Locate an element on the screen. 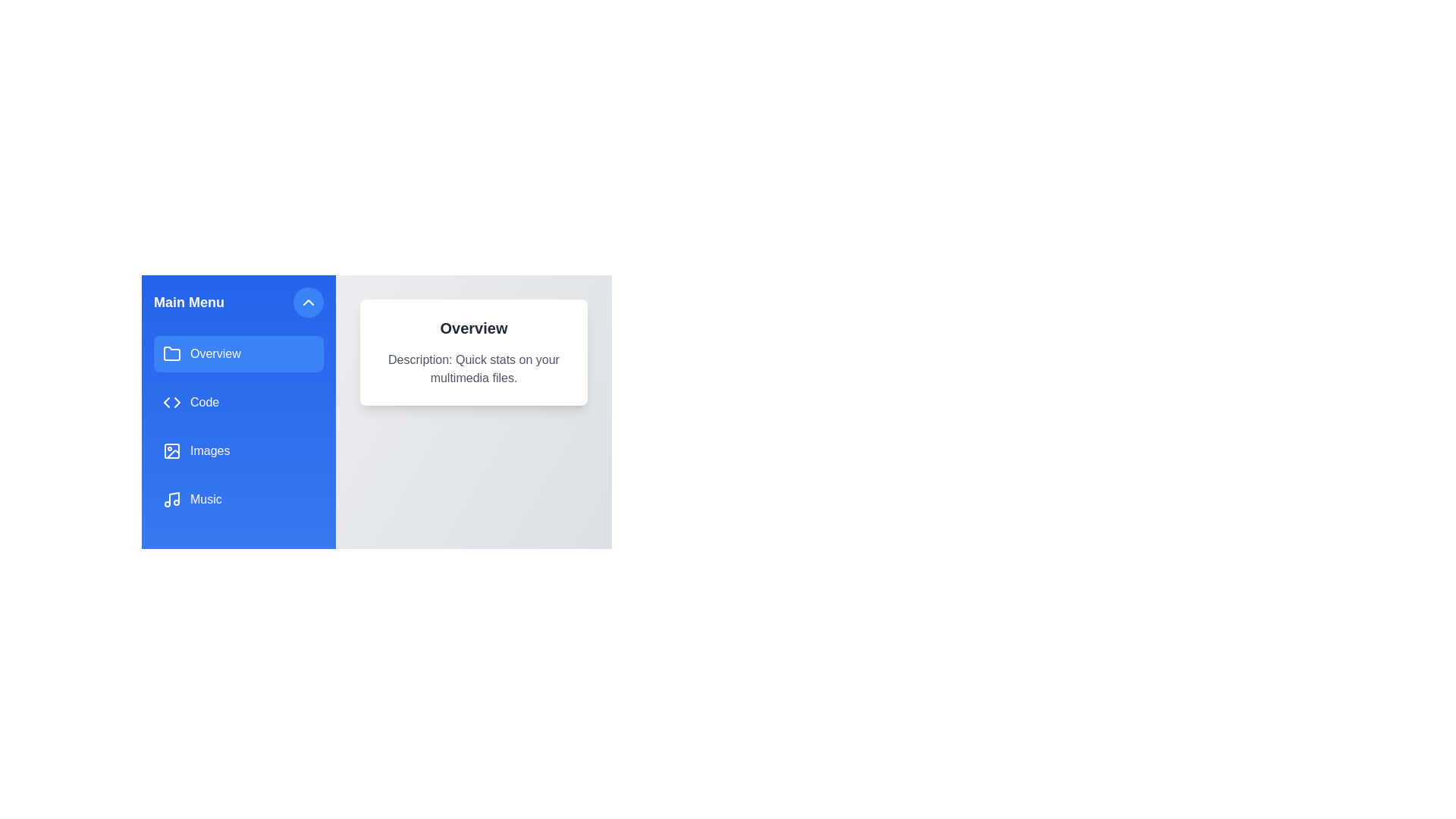 The width and height of the screenshot is (1456, 819). text block that states 'Description: Quick stats on your multimedia files.' located within a white rectangular card below the header 'Overview' is located at coordinates (472, 369).